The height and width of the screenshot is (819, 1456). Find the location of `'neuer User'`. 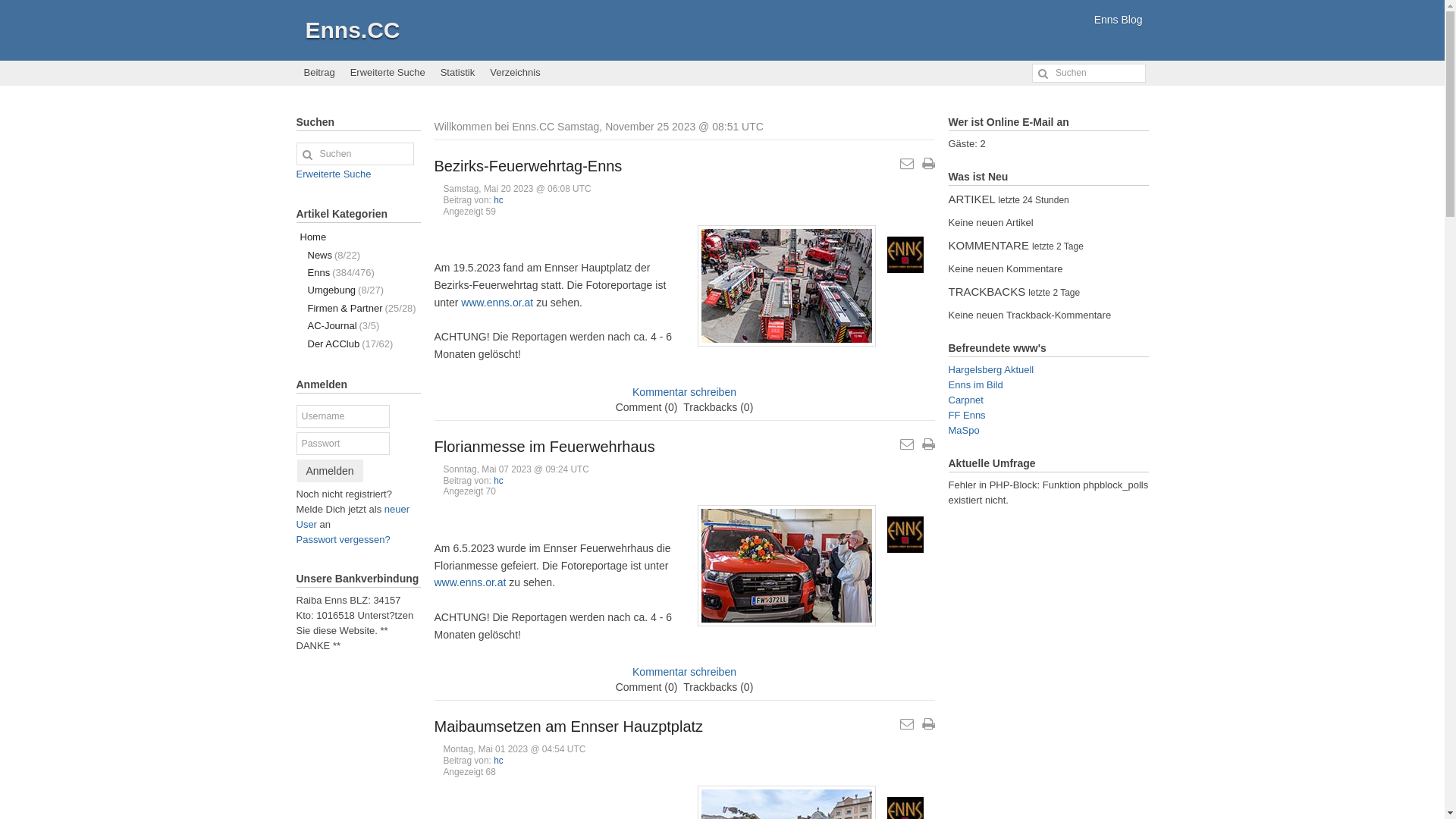

'neuer User' is located at coordinates (352, 516).